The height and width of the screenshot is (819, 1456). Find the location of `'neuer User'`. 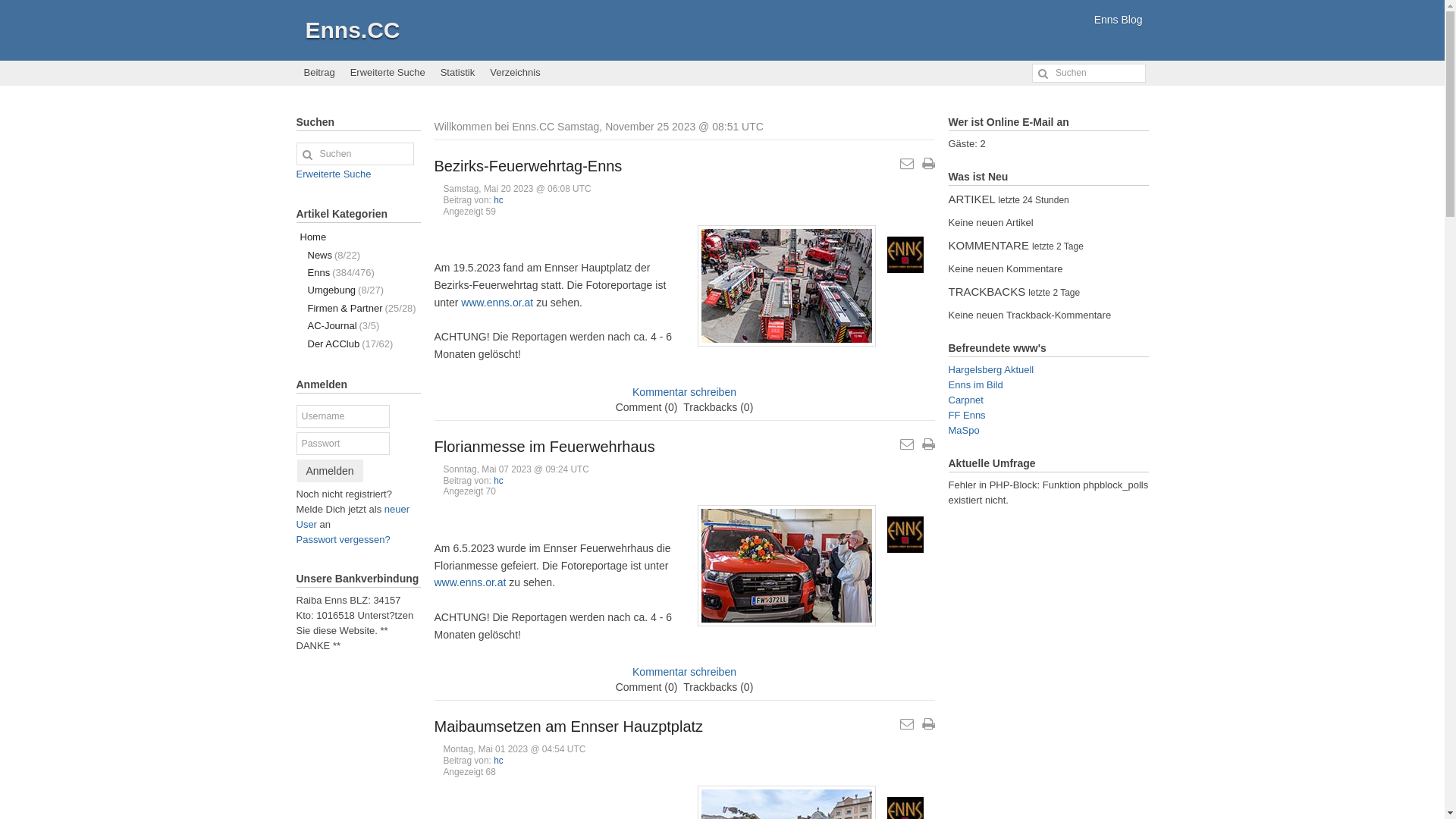

'neuer User' is located at coordinates (352, 516).